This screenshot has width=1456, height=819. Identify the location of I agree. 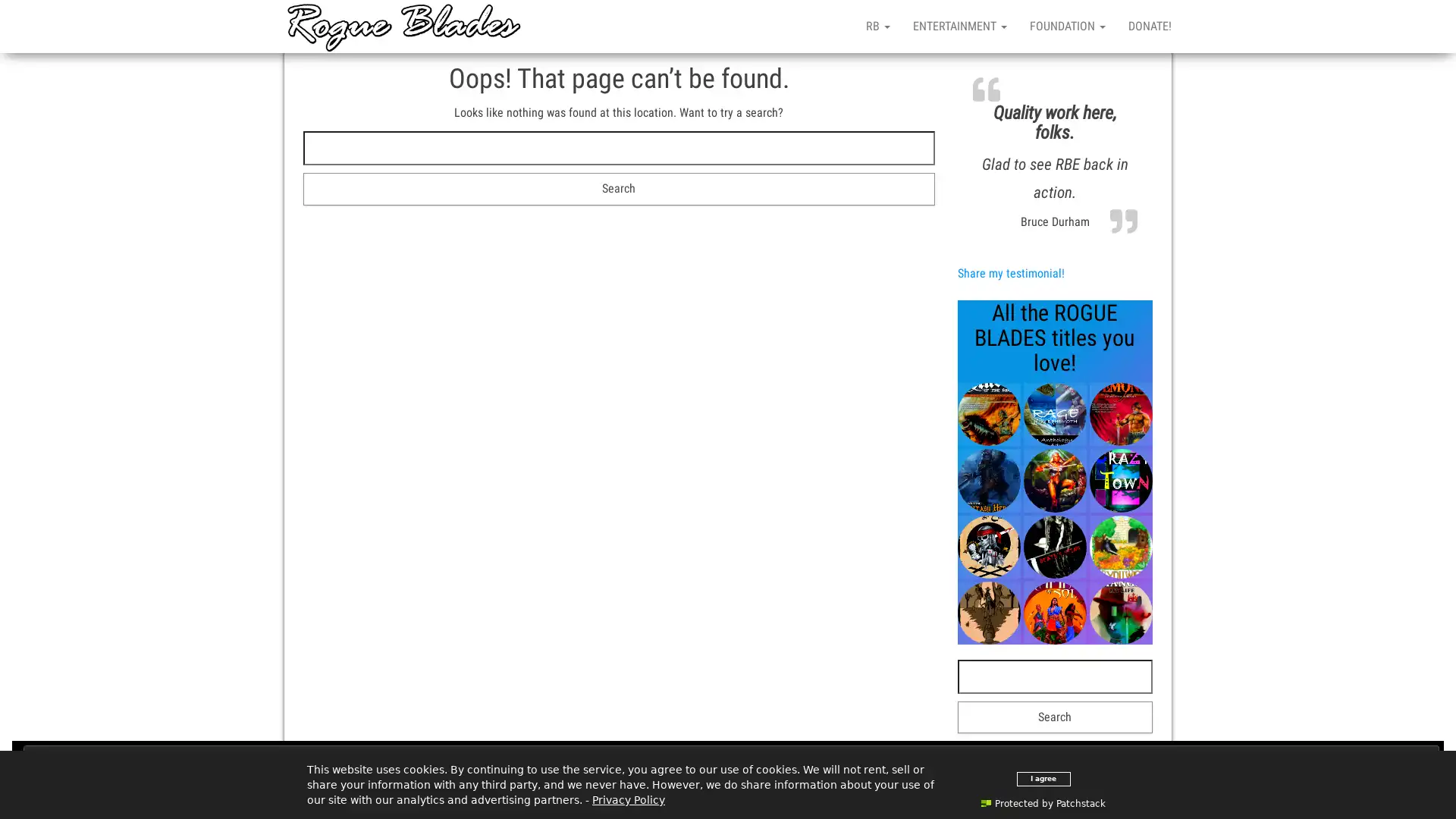
(1042, 778).